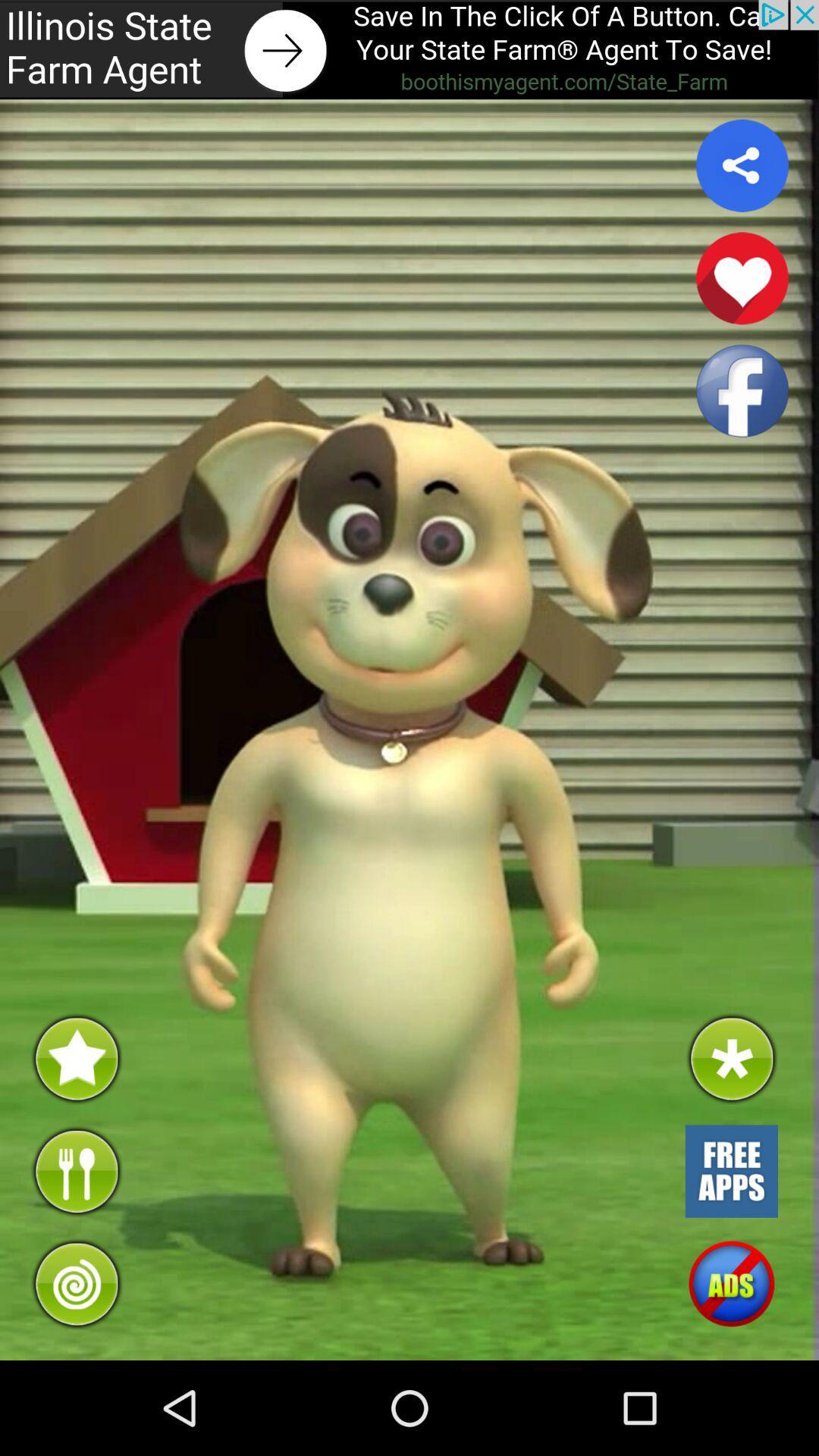  I want to click on link to advert, so click(409, 49).